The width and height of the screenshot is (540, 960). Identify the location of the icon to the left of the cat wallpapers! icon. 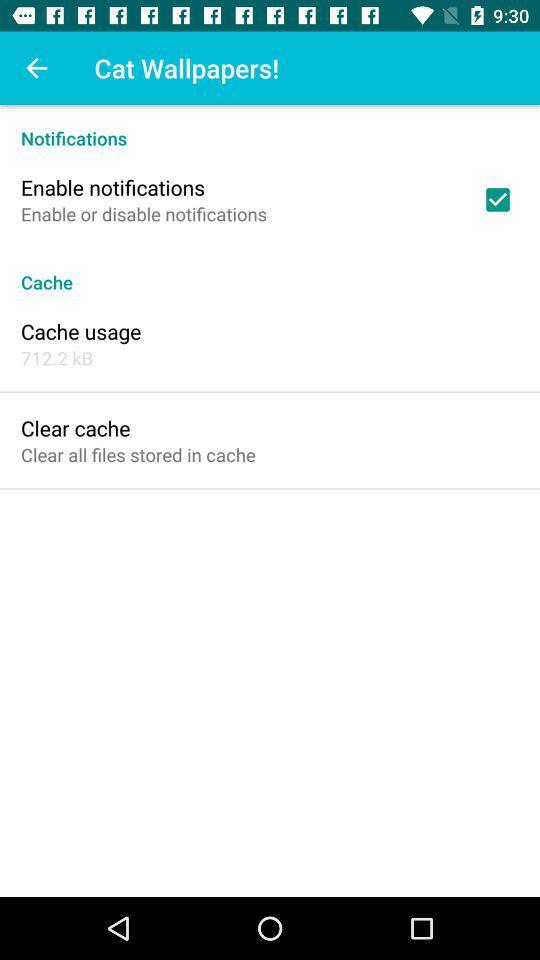
(36, 68).